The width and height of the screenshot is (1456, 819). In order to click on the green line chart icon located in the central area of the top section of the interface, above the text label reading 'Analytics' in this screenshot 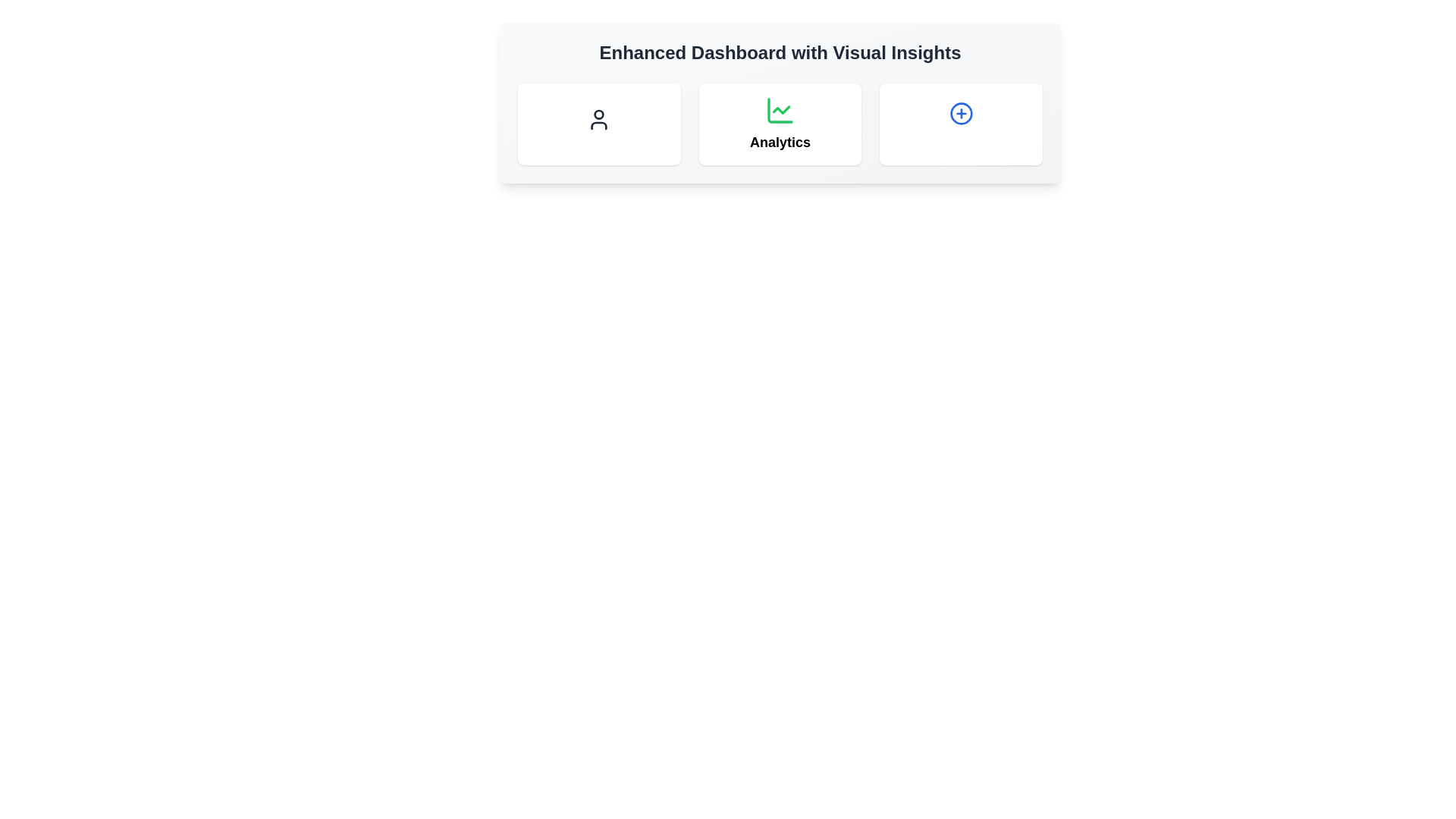, I will do `click(780, 110)`.